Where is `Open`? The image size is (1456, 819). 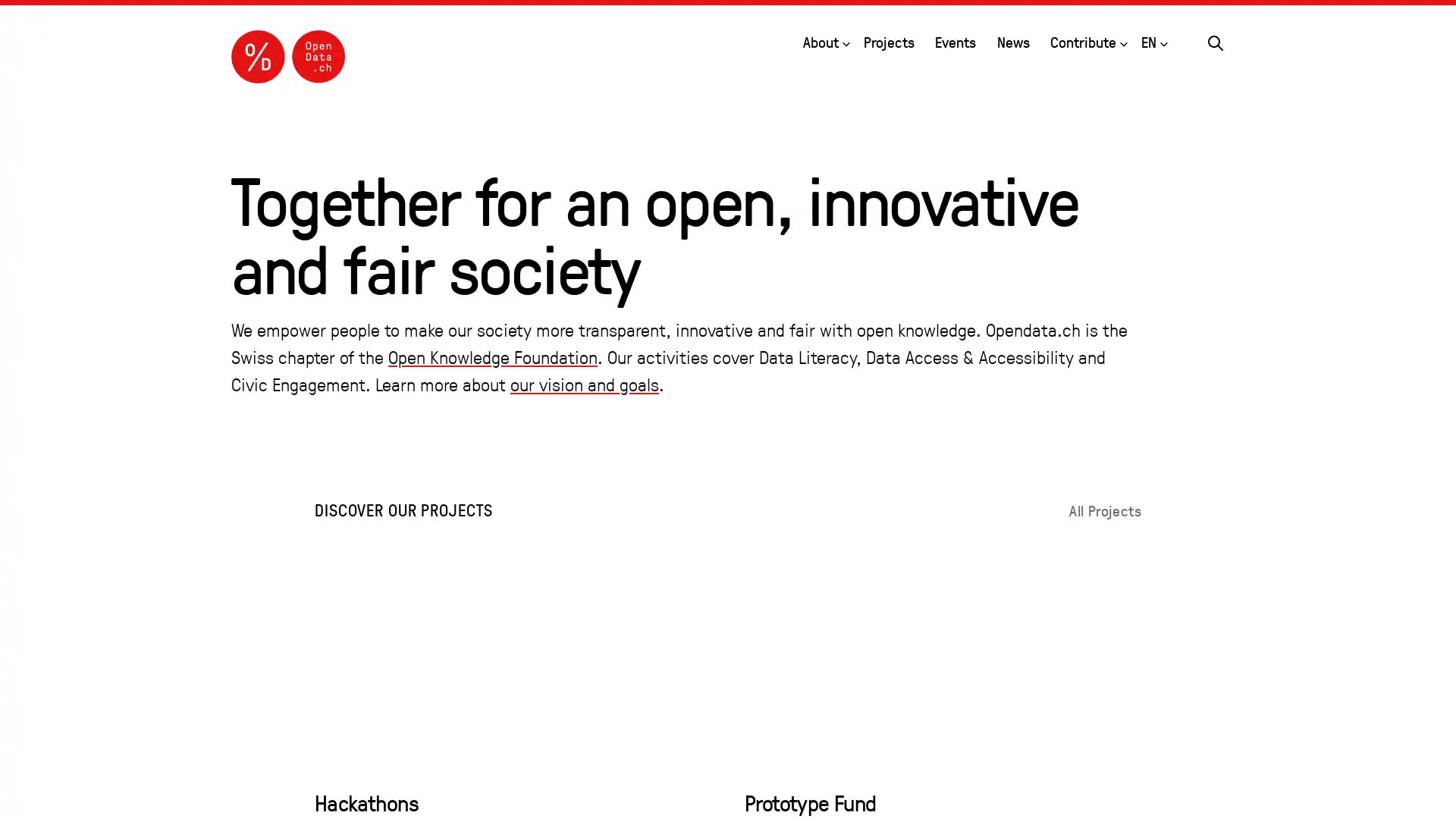 Open is located at coordinates (844, 40).